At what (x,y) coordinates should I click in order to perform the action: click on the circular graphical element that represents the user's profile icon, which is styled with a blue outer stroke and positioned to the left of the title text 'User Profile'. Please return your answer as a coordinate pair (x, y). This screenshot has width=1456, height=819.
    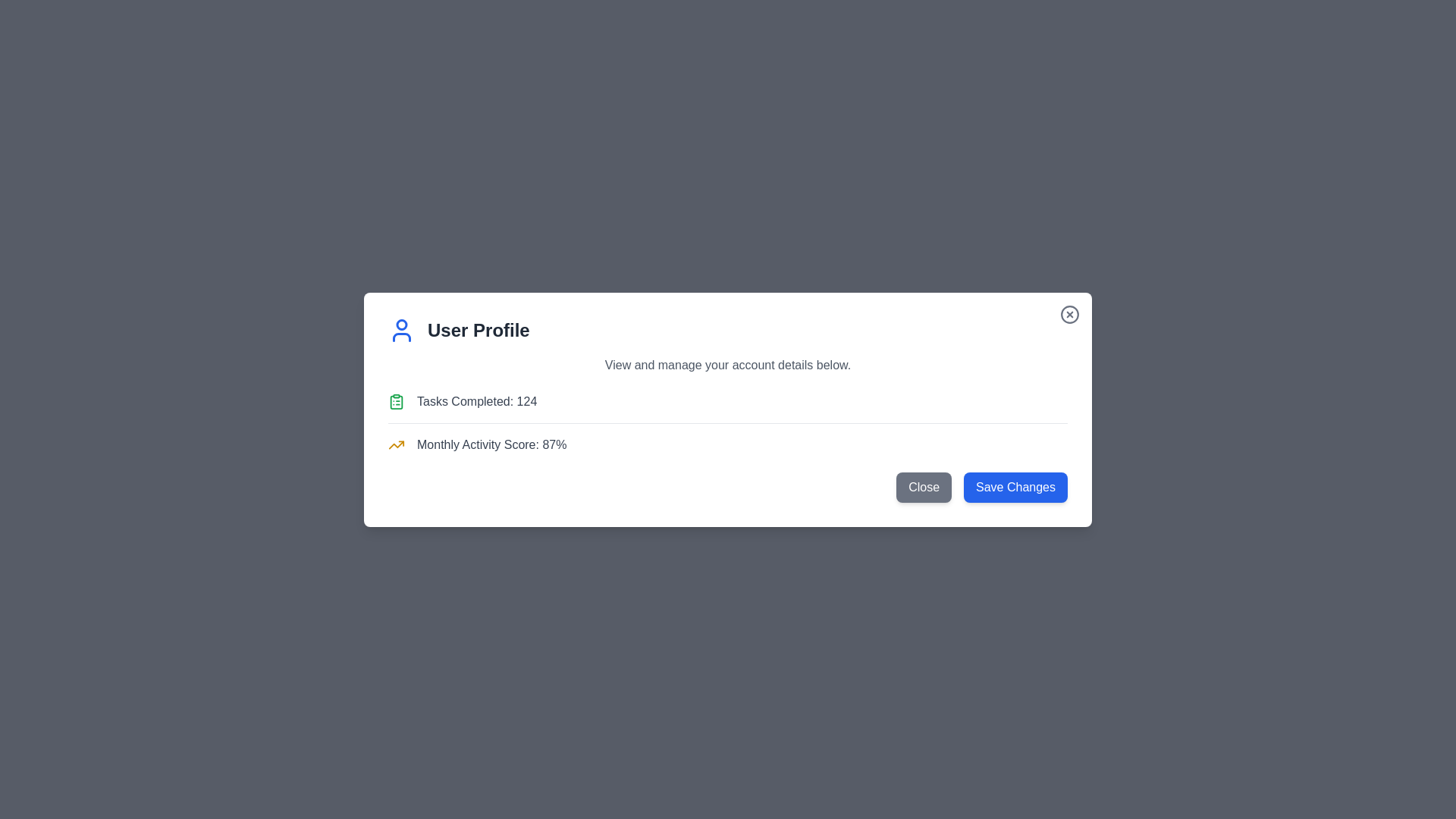
    Looking at the image, I should click on (401, 324).